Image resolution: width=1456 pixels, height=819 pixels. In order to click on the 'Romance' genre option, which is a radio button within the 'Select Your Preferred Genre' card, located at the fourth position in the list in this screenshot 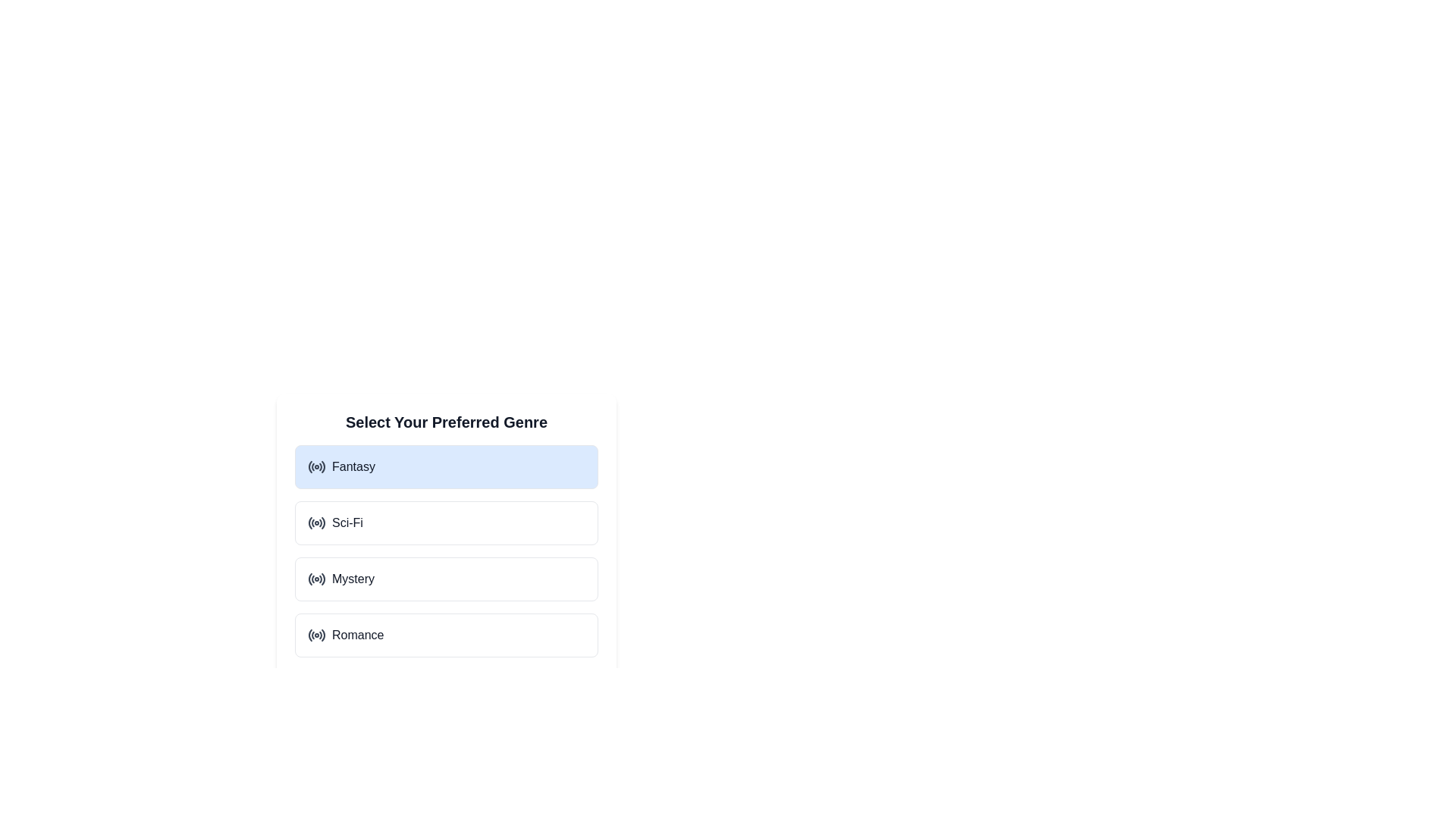, I will do `click(446, 635)`.